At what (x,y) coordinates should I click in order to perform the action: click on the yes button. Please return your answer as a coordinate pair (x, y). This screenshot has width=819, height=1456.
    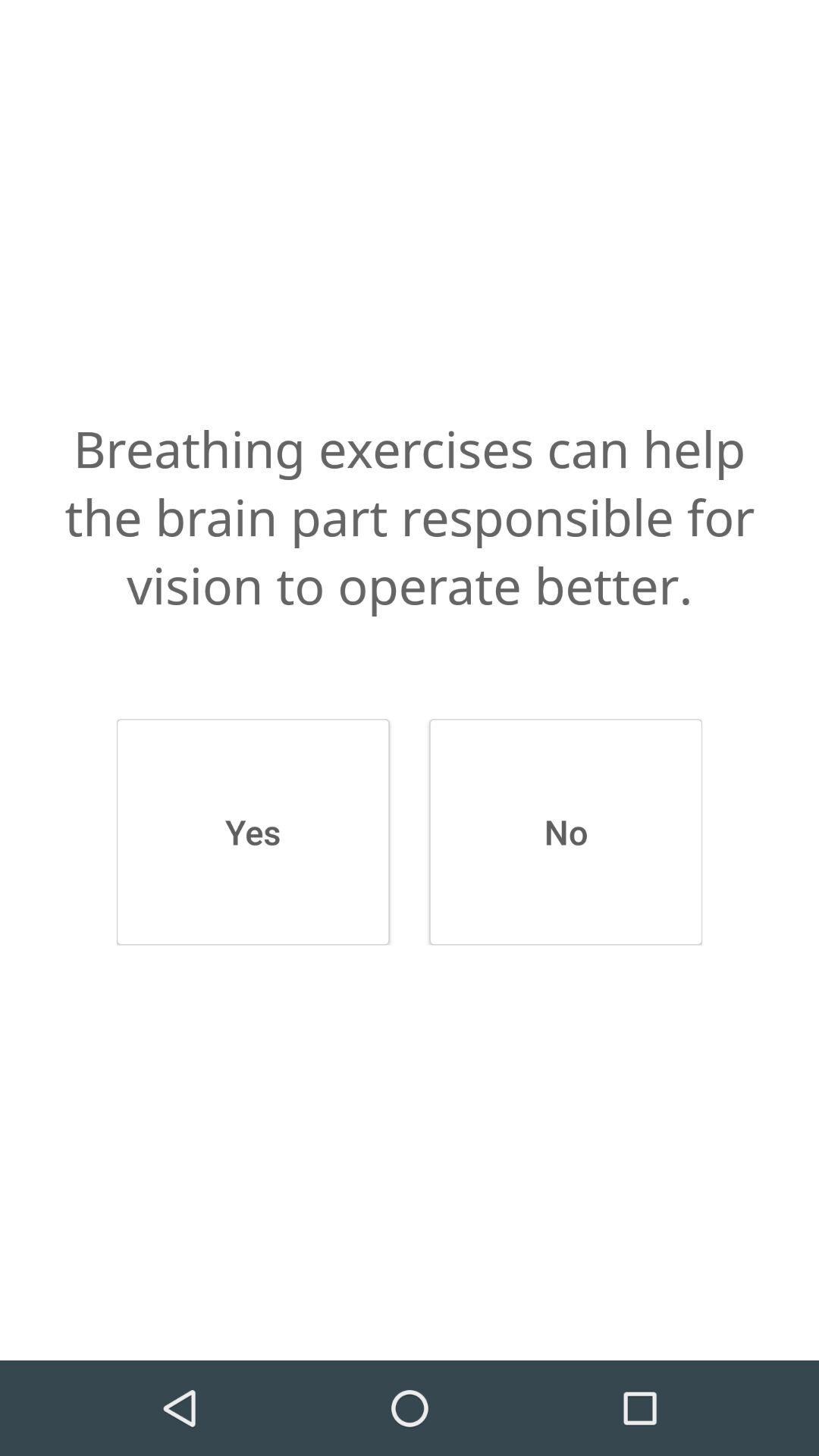
    Looking at the image, I should click on (252, 831).